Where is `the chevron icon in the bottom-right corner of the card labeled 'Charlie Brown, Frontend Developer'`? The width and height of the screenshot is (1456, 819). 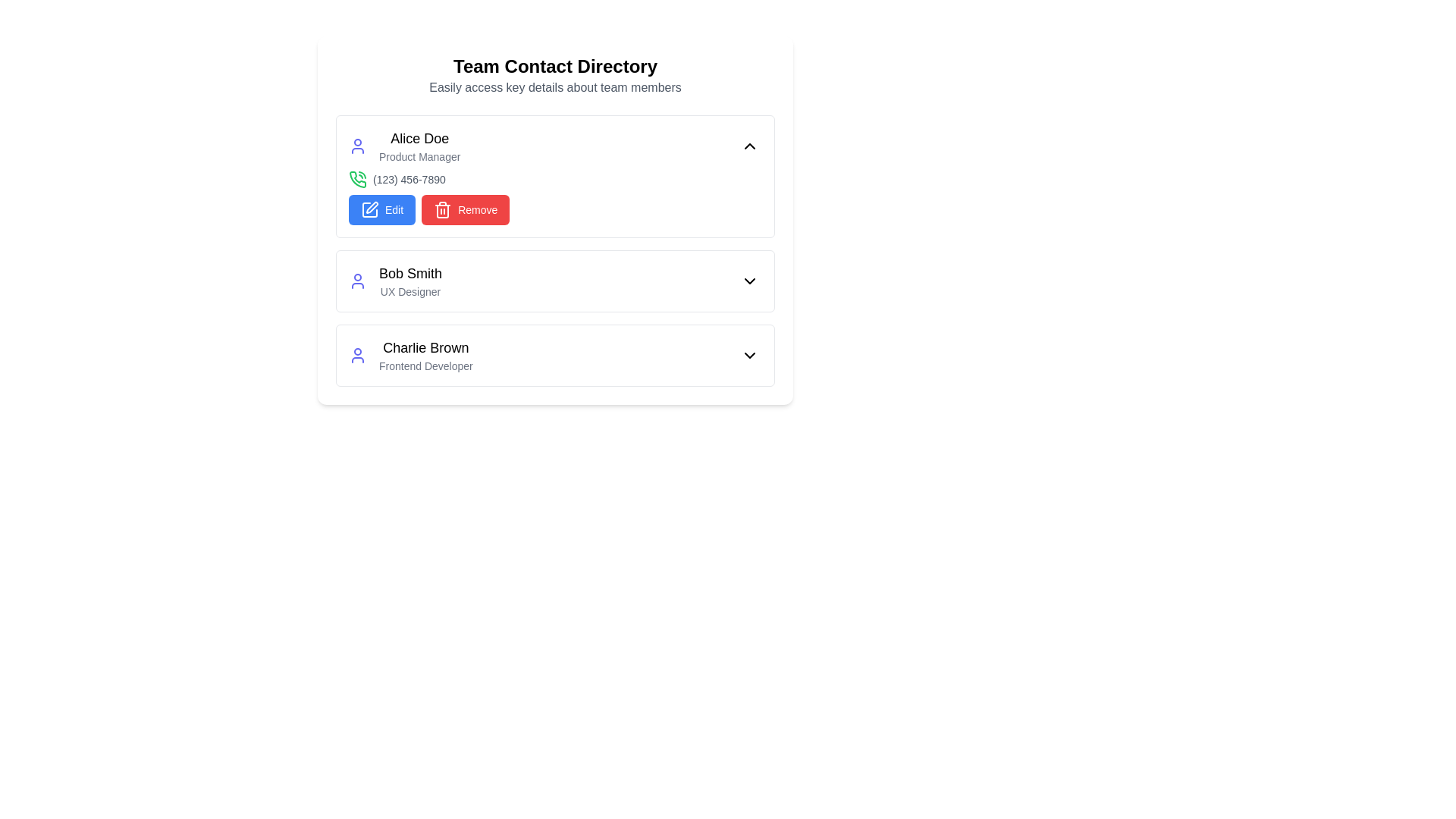
the chevron icon in the bottom-right corner of the card labeled 'Charlie Brown, Frontend Developer' is located at coordinates (749, 356).